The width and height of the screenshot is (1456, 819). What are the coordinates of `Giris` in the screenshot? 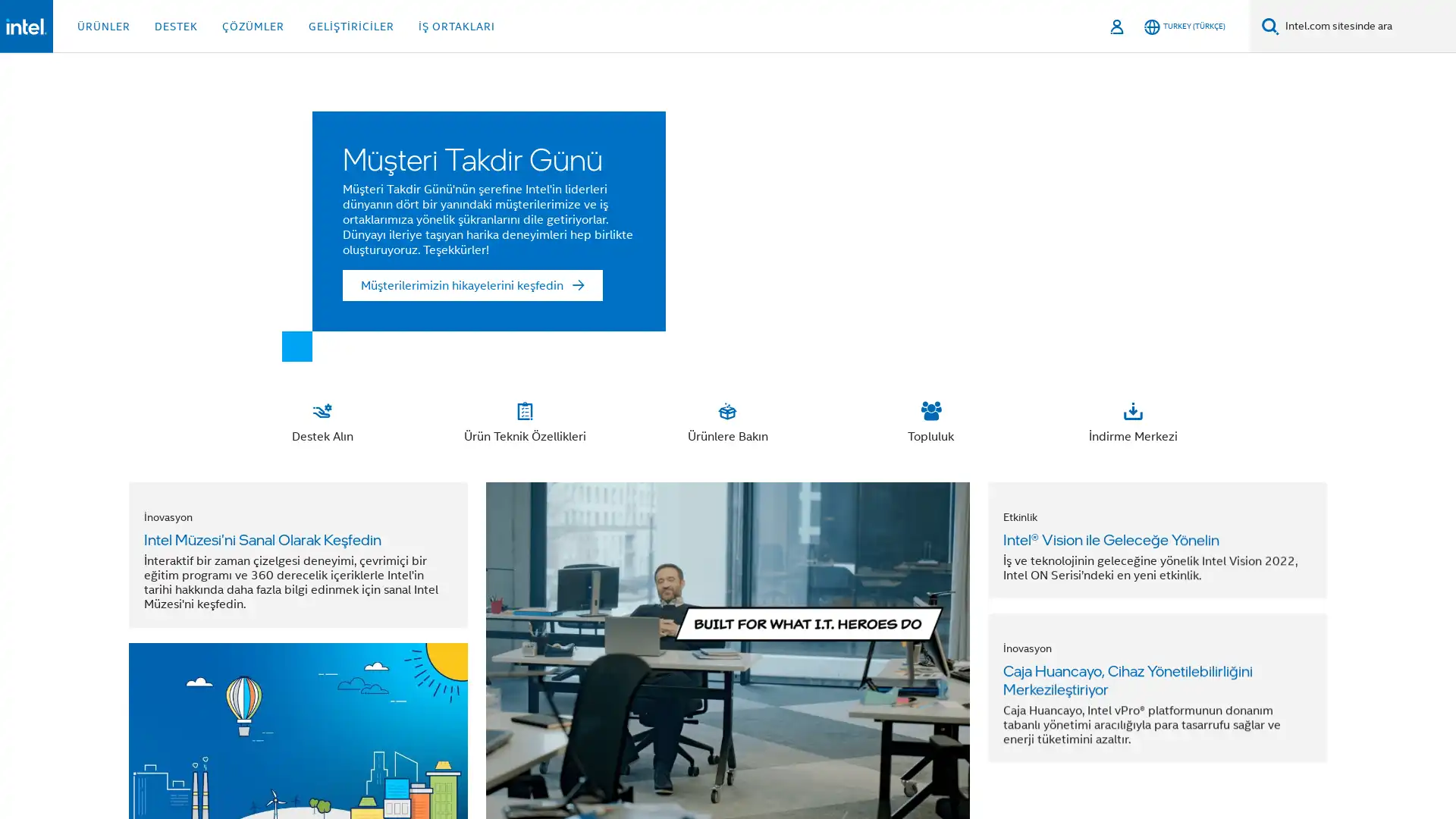 It's located at (1118, 26).